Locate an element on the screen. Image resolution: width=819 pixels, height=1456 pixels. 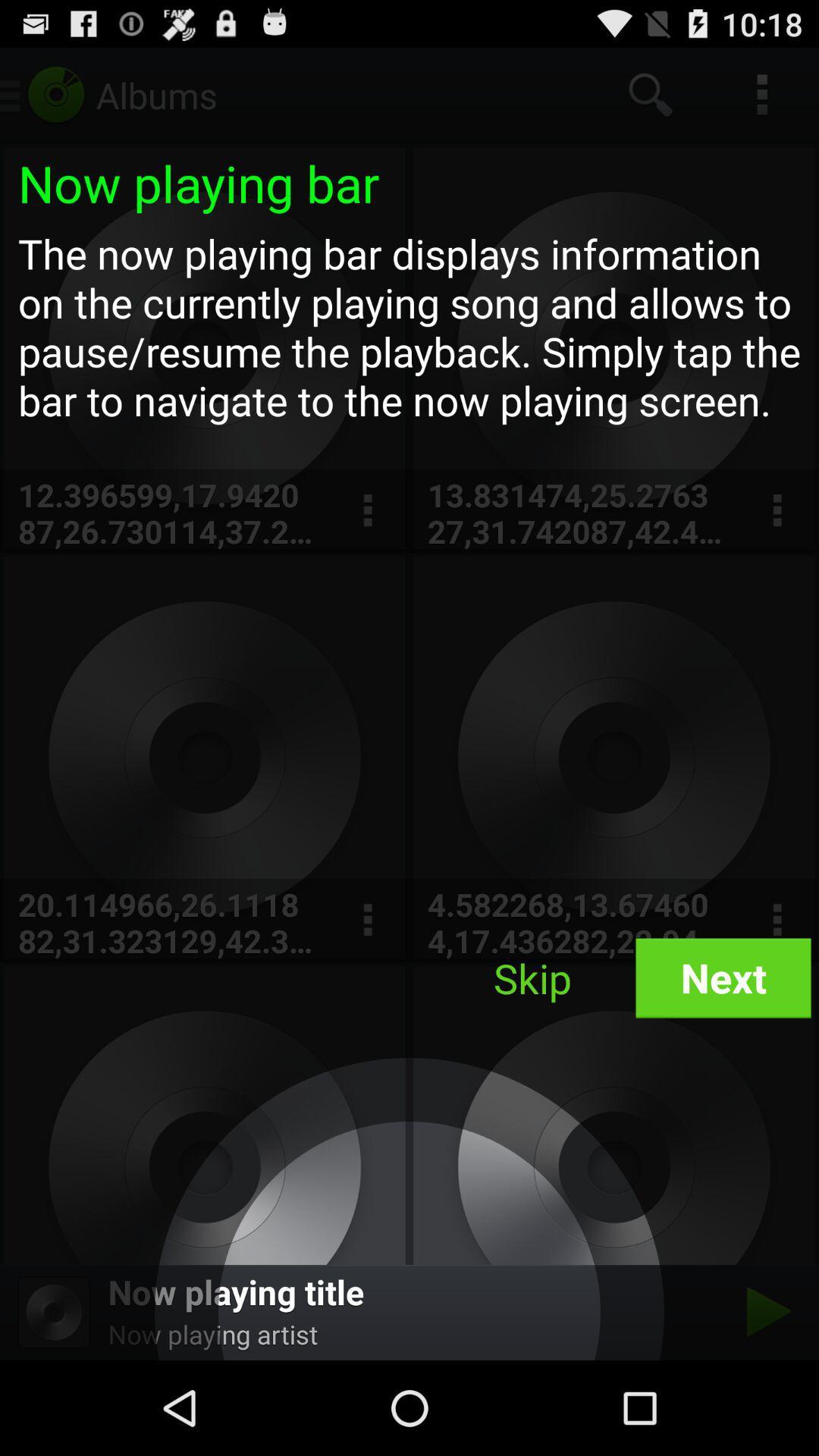
open options for track is located at coordinates (367, 510).